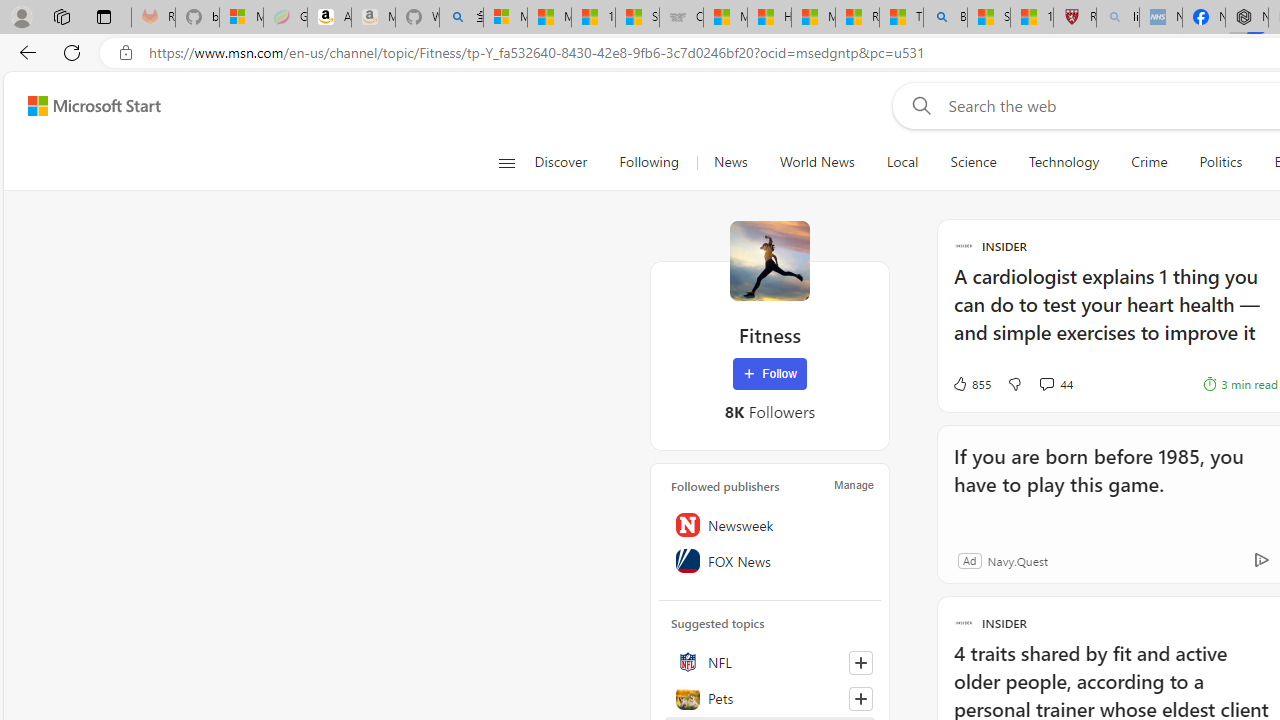 This screenshot has width=1280, height=720. What do you see at coordinates (1260, 560) in the screenshot?
I see `'Ad Choice'` at bounding box center [1260, 560].